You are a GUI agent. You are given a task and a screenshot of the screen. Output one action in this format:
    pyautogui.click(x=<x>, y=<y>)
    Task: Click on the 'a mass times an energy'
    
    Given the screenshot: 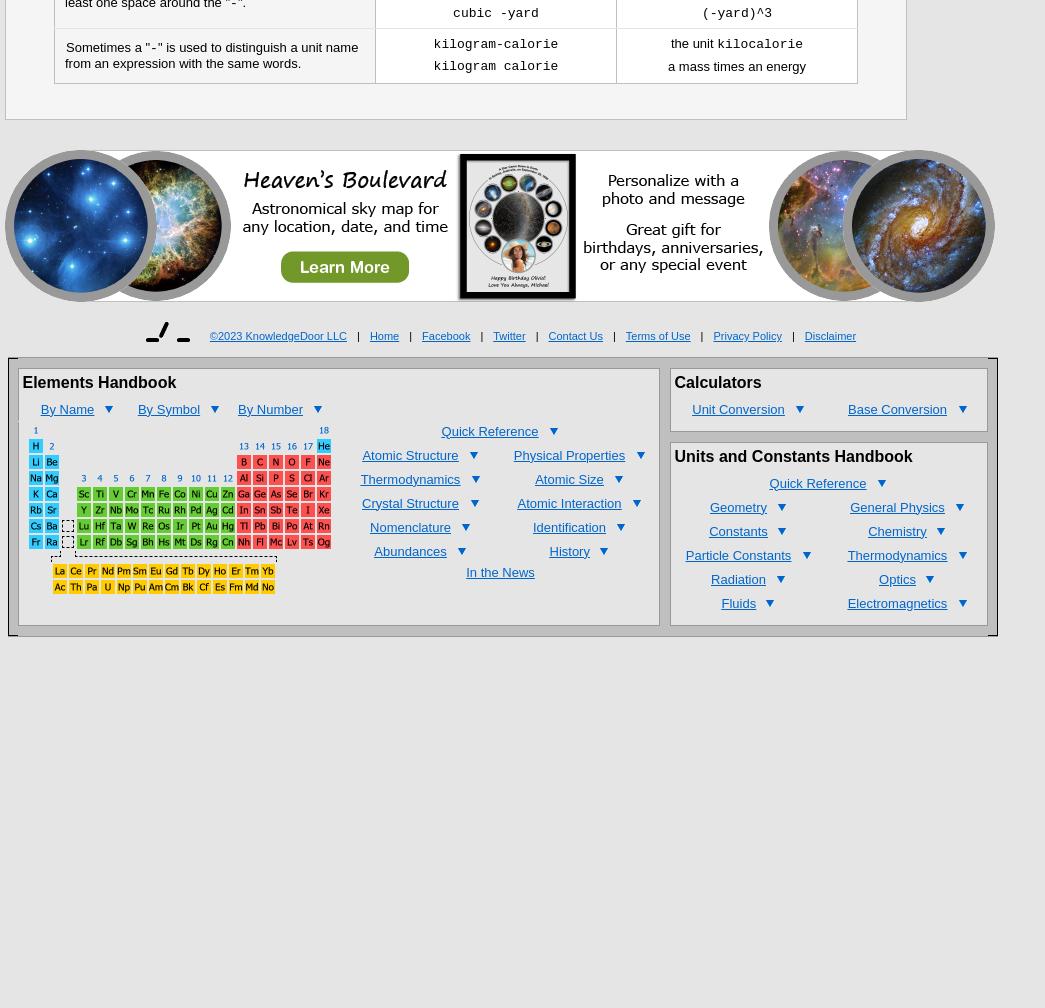 What is the action you would take?
    pyautogui.click(x=735, y=65)
    